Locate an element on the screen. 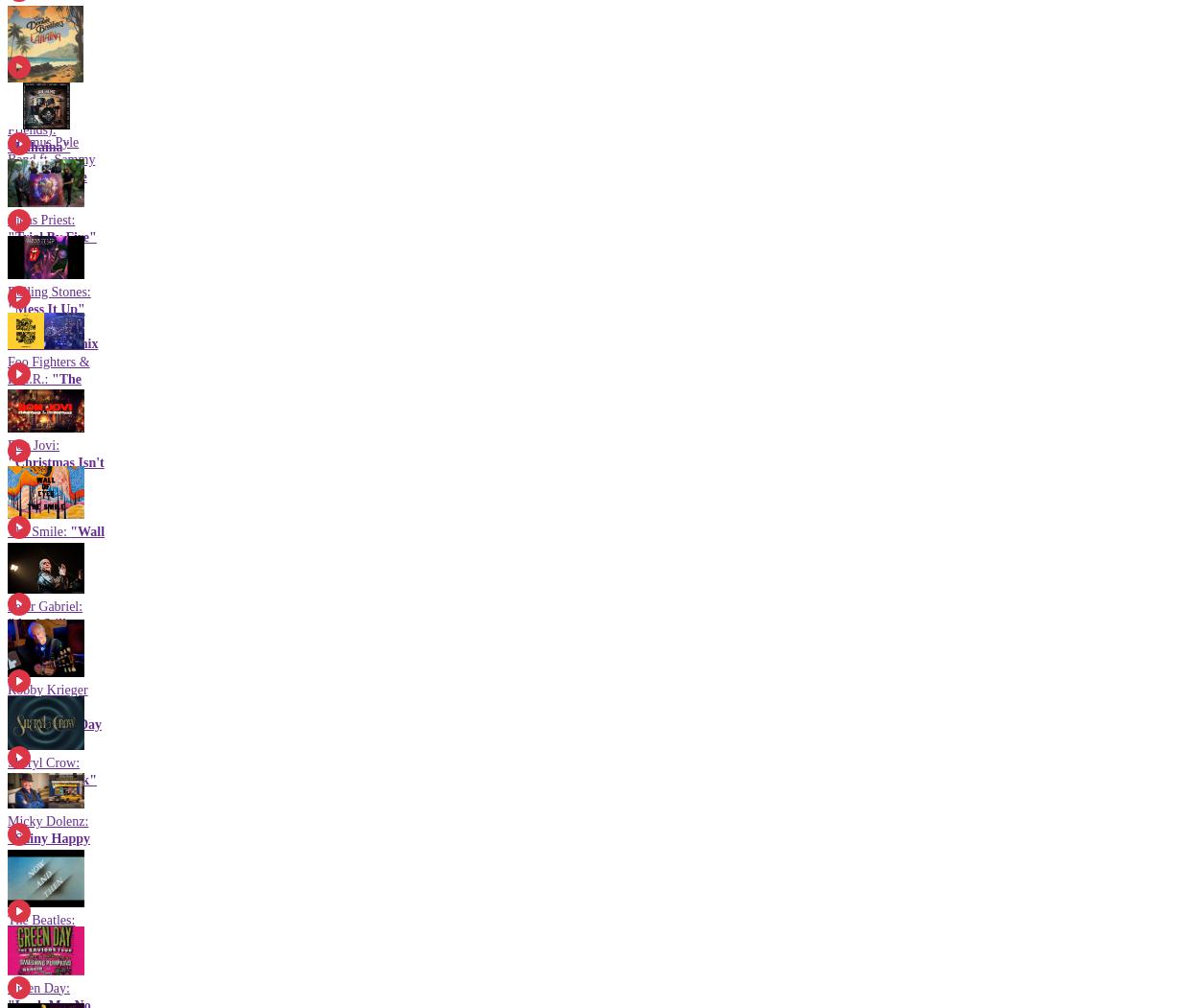 Image resolution: width=1177 pixels, height=1008 pixels. 'Bon Jovi:' is located at coordinates (33, 443).